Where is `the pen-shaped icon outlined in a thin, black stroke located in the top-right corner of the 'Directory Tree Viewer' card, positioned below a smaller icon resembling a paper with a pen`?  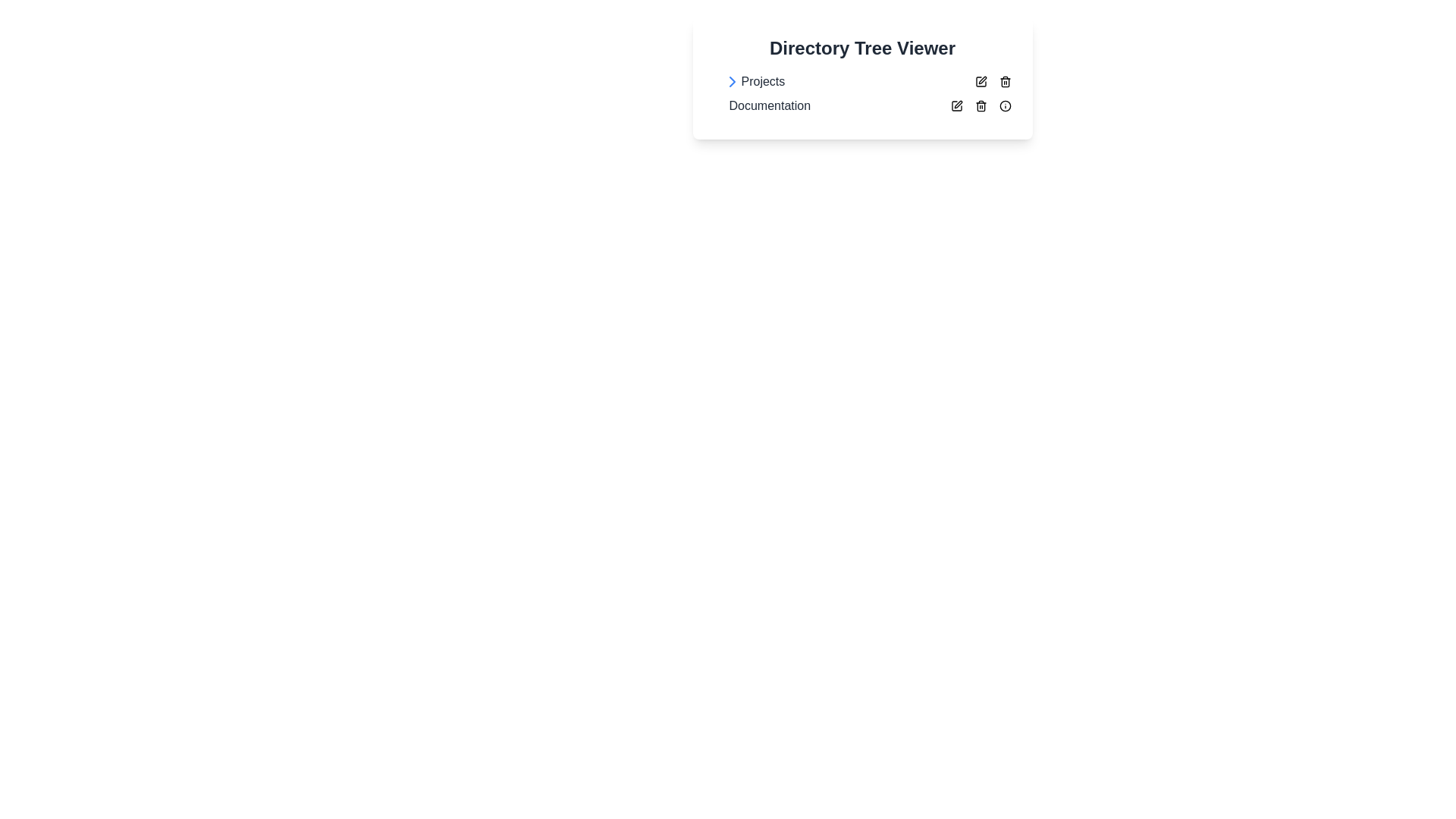
the pen-shaped icon outlined in a thin, black stroke located in the top-right corner of the 'Directory Tree Viewer' card, positioned below a smaller icon resembling a paper with a pen is located at coordinates (955, 105).